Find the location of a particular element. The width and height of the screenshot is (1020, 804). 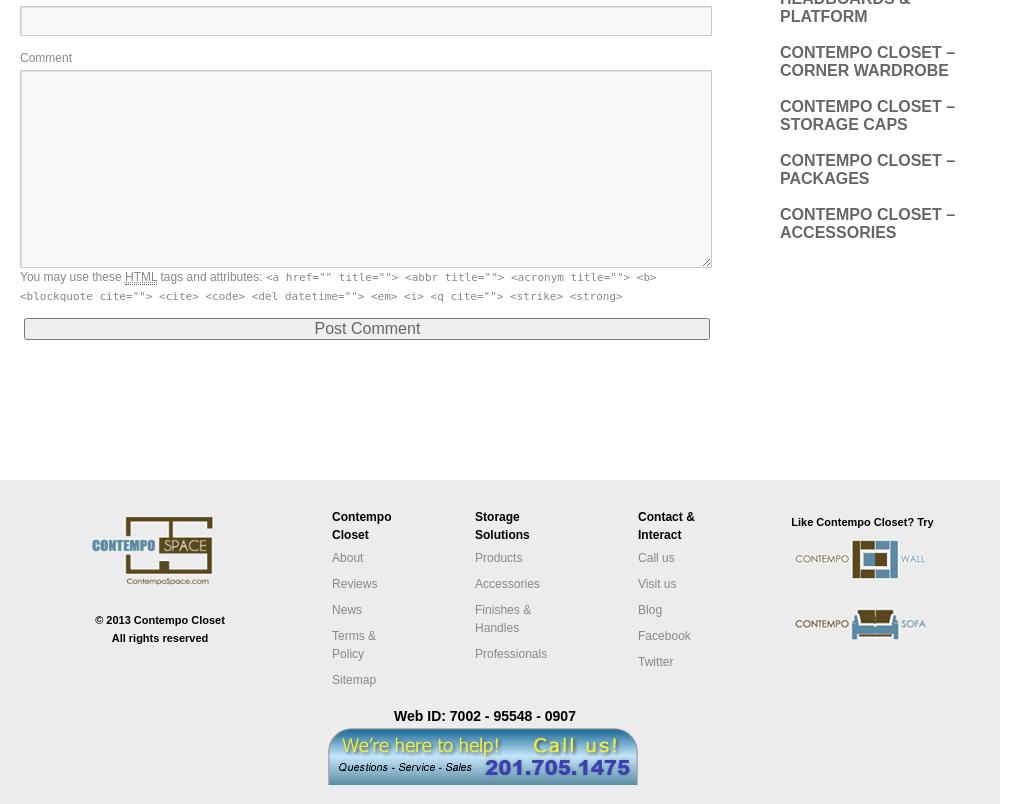

'Products' is located at coordinates (475, 556).